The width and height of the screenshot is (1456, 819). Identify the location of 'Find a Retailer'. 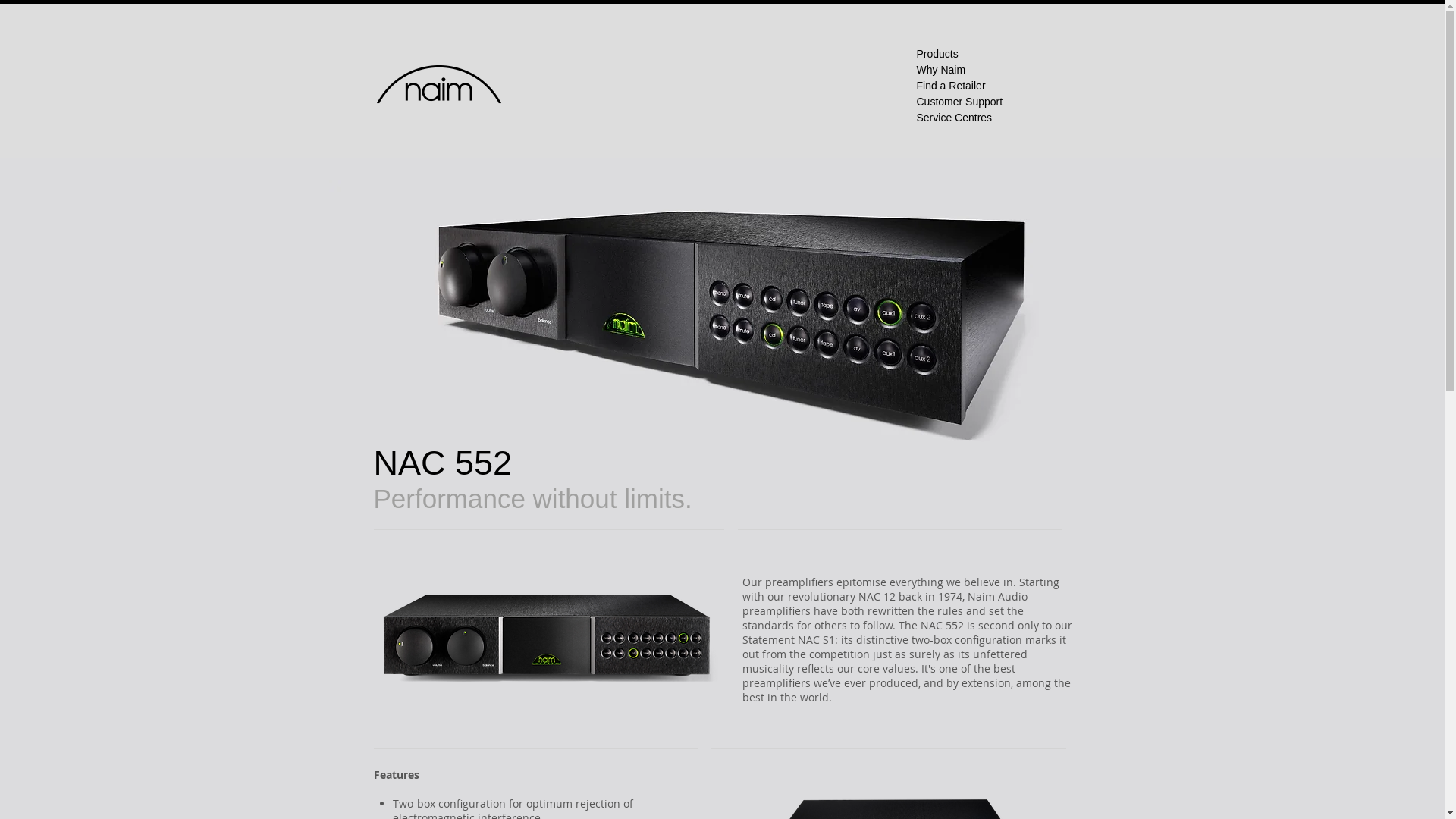
(915, 85).